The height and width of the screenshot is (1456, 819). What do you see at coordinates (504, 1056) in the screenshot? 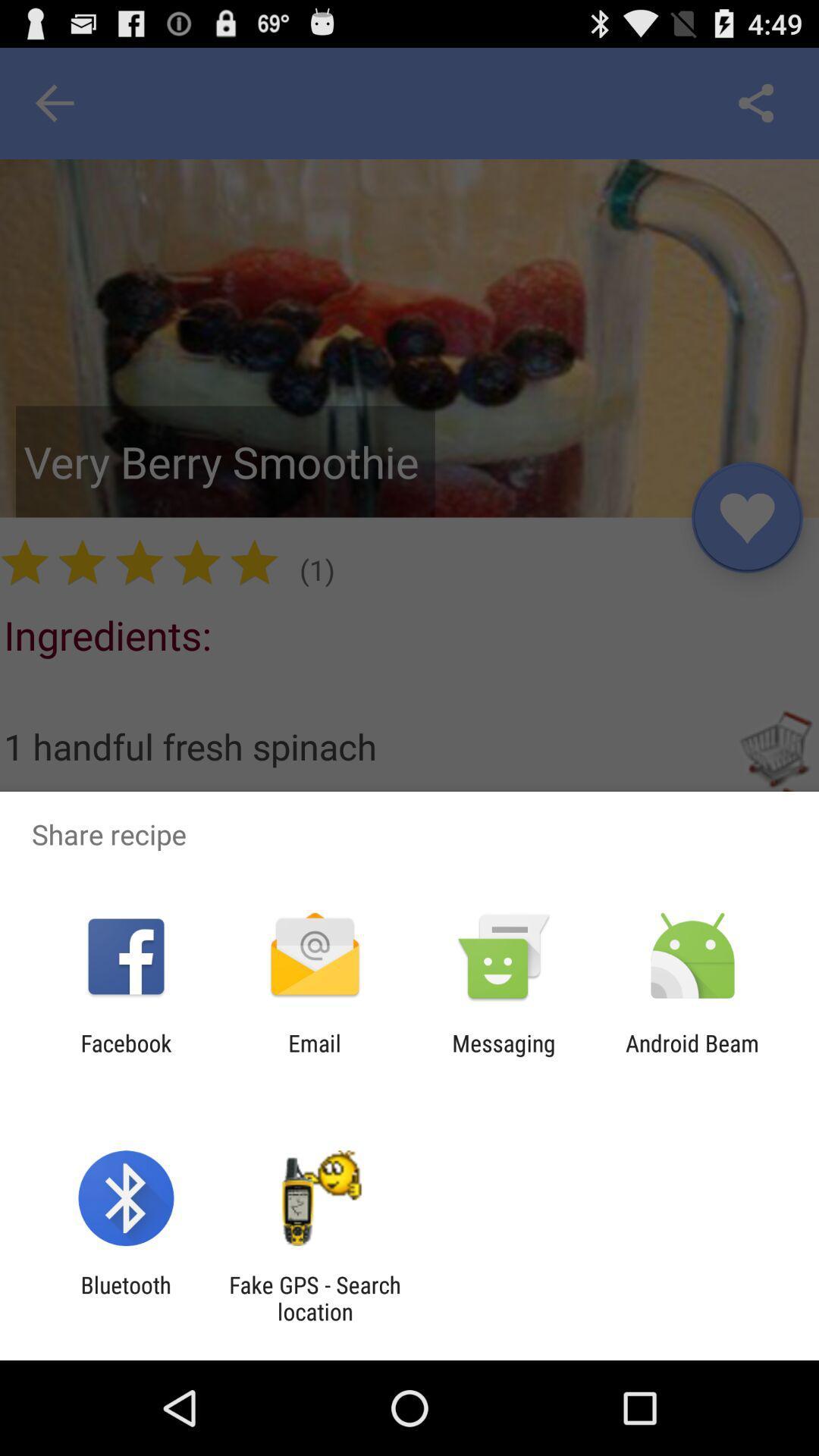
I see `messaging` at bounding box center [504, 1056].